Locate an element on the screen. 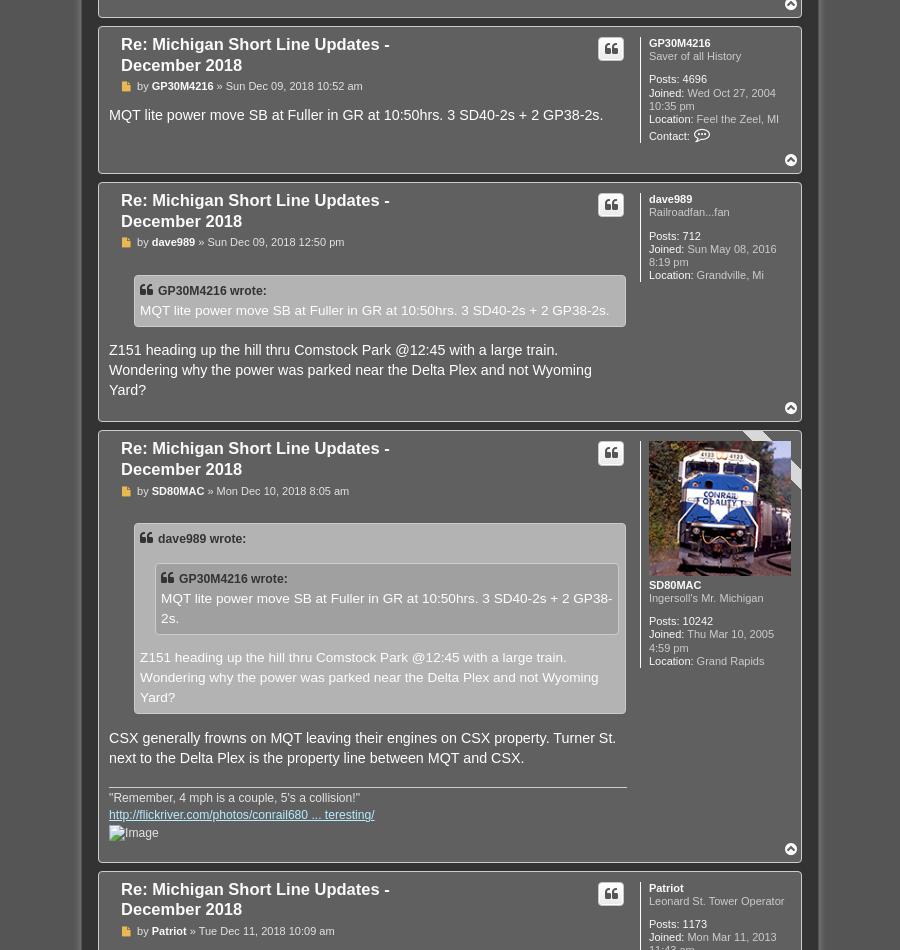 This screenshot has height=950, width=900. 'http://flickriver.com/photos/conrail680 ... teresting/' is located at coordinates (240, 814).